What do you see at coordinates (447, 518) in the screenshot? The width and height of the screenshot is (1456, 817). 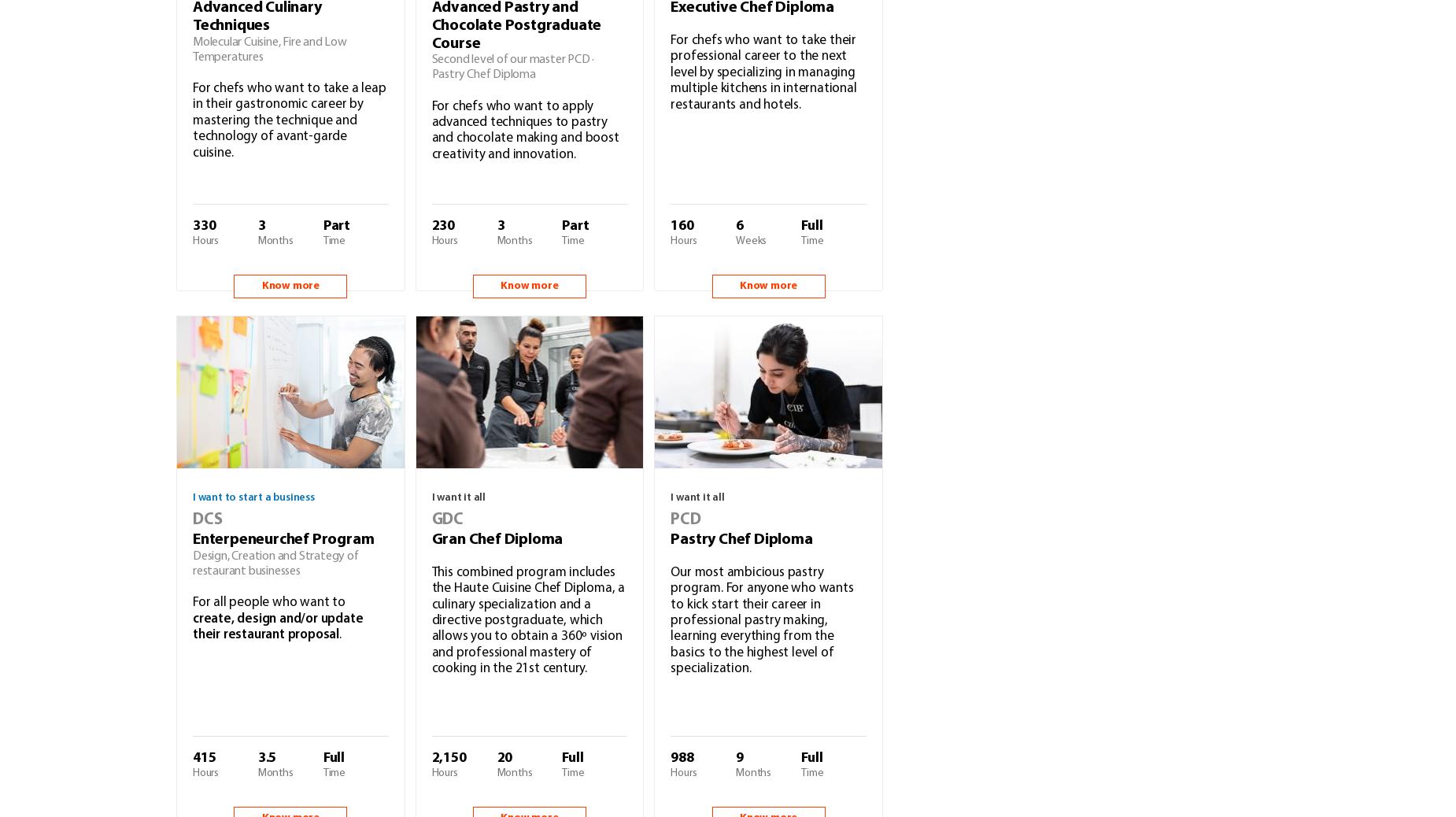 I see `'GDC'` at bounding box center [447, 518].